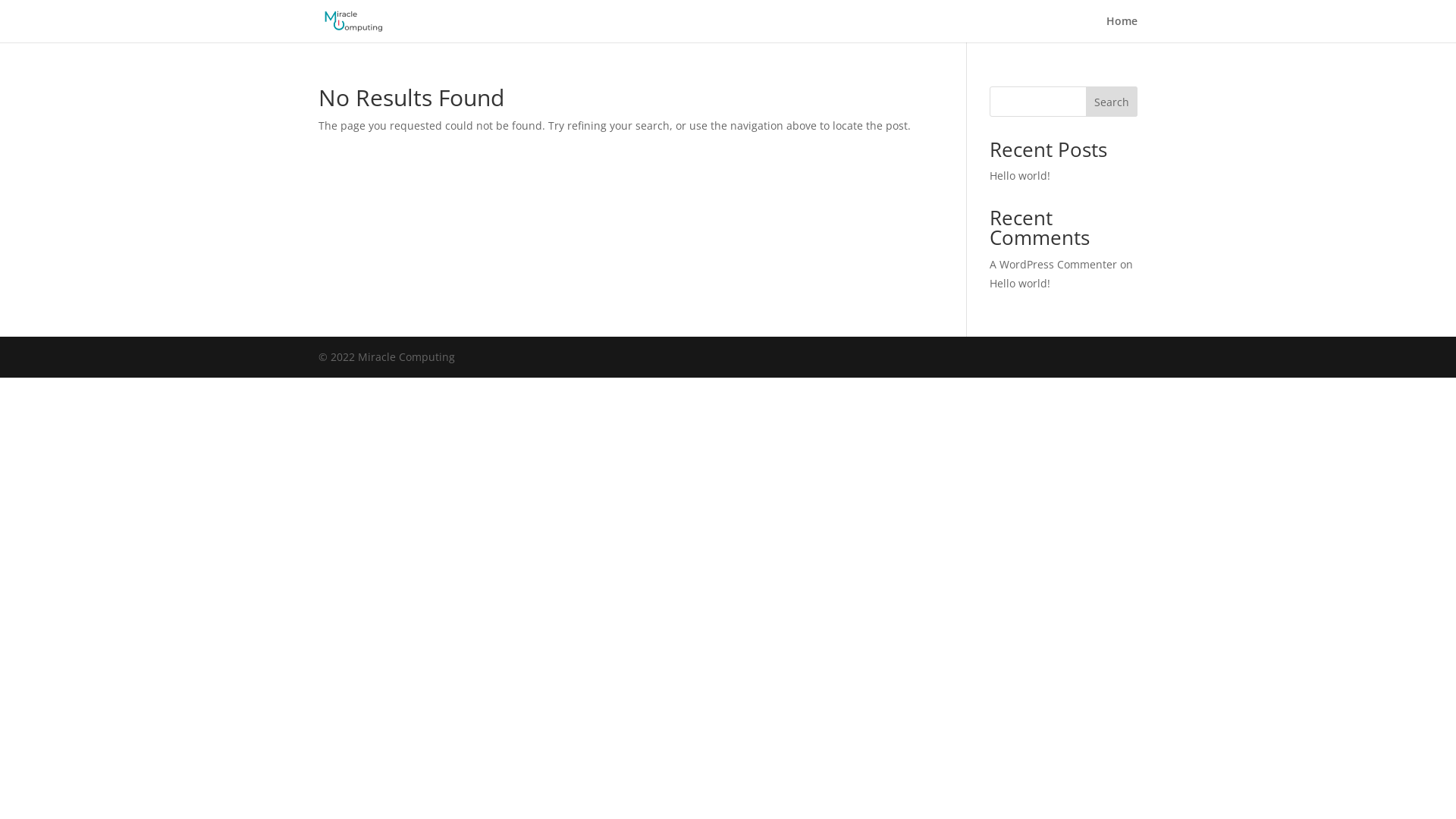 This screenshot has height=819, width=1456. Describe the element at coordinates (1111, 102) in the screenshot. I see `'Search'` at that location.